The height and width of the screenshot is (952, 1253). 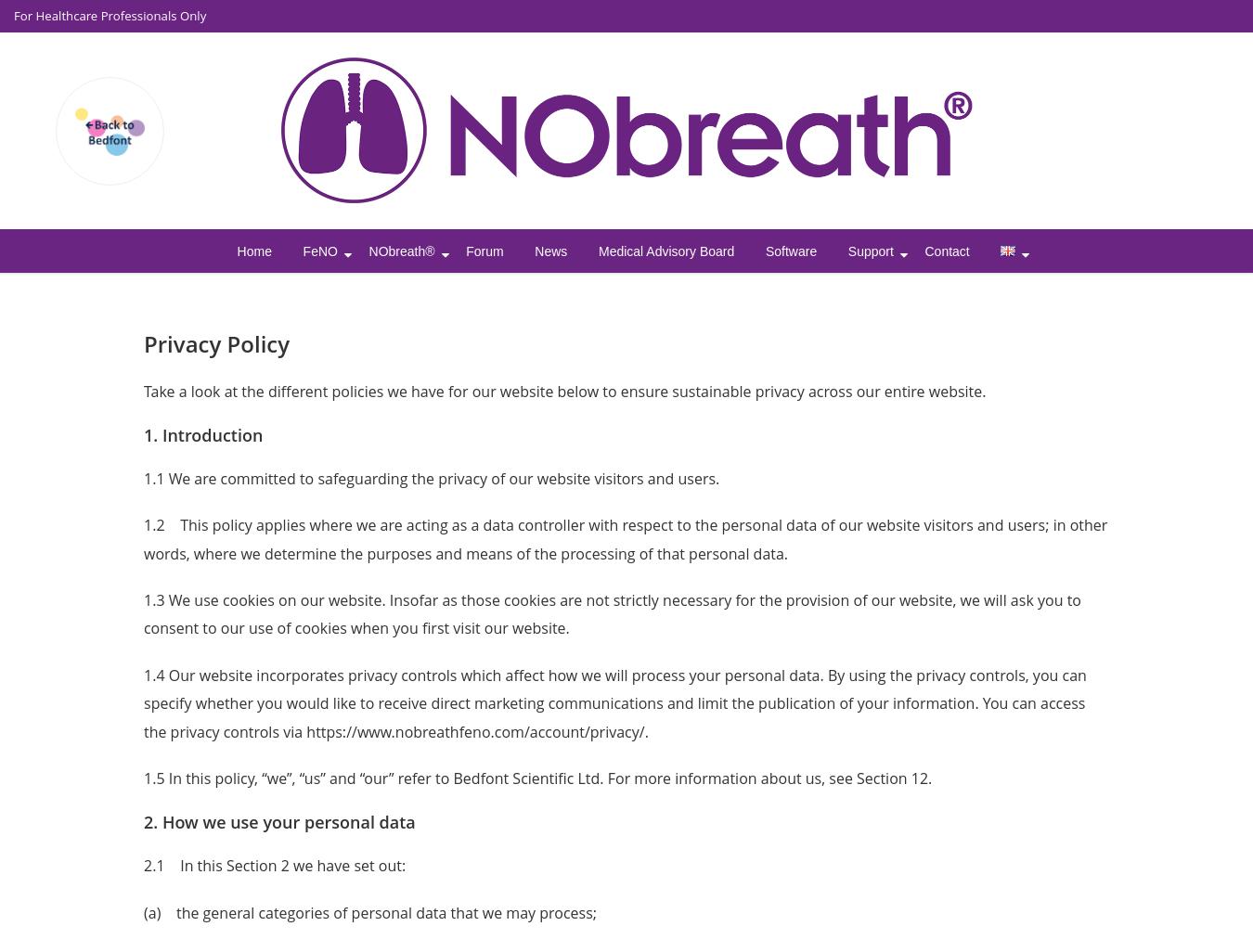 I want to click on 'Medical Advisory Board', so click(x=597, y=250).